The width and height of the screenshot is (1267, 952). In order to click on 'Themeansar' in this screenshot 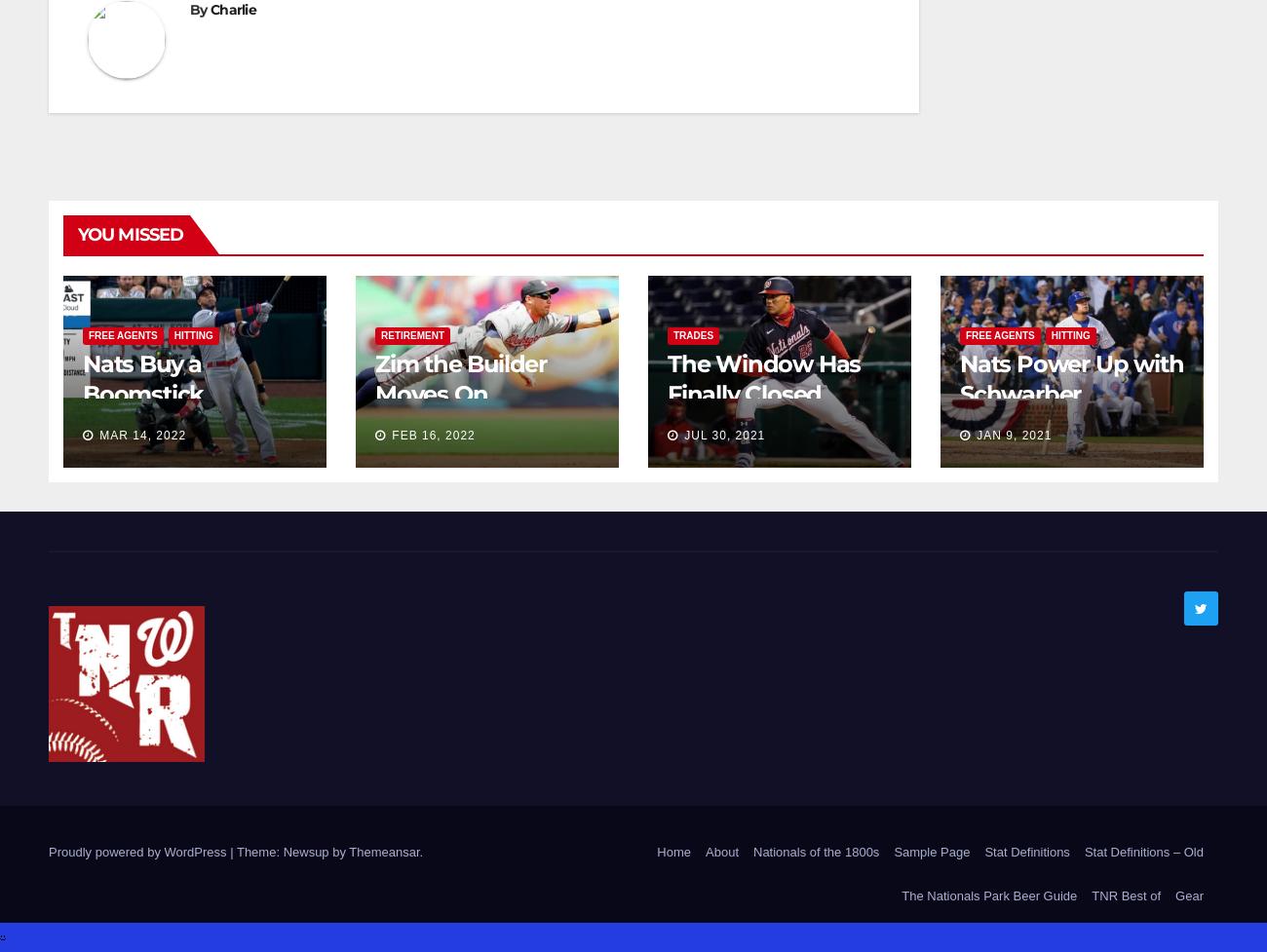, I will do `click(384, 851)`.